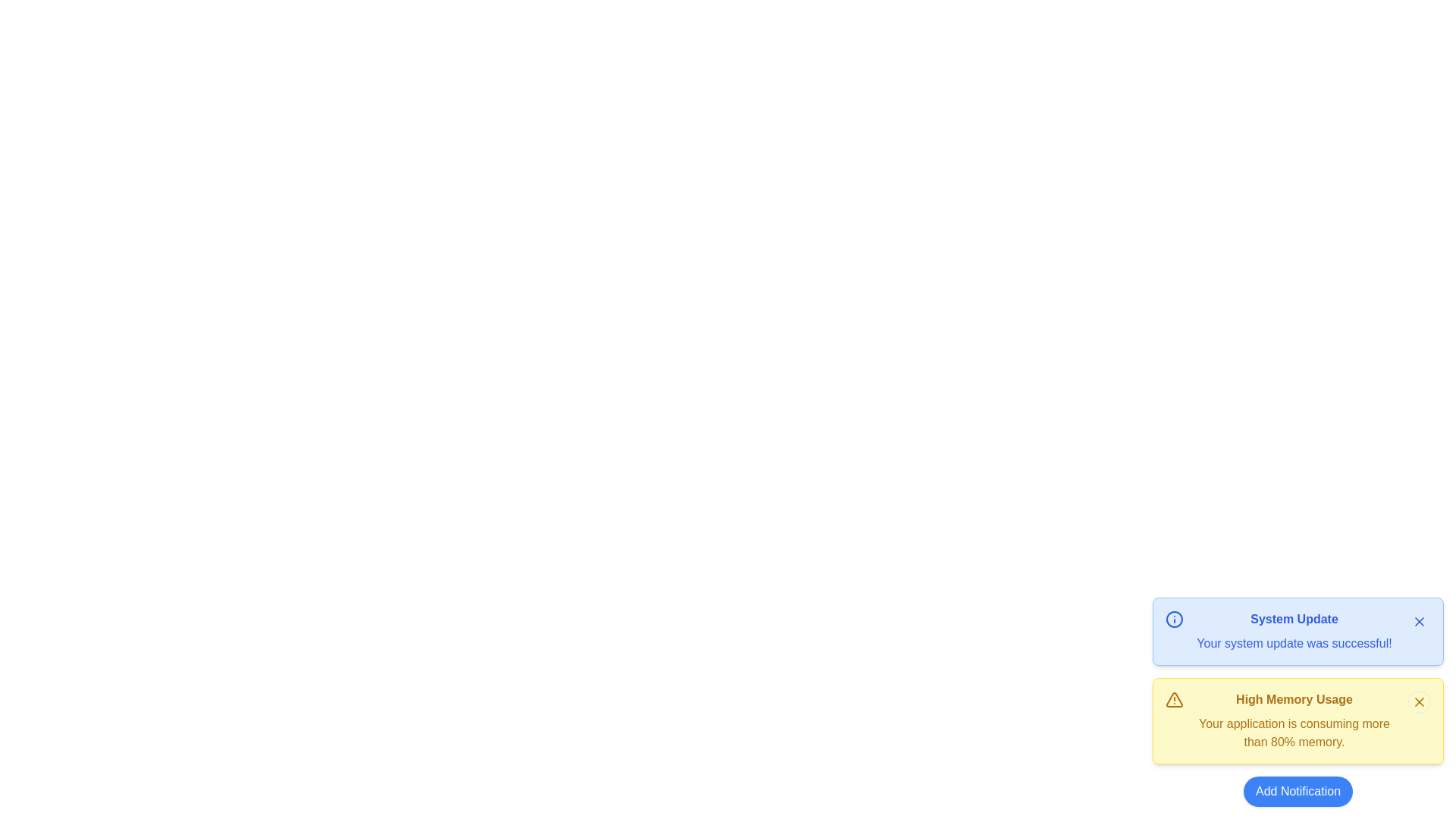 This screenshot has height=819, width=1456. Describe the element at coordinates (1419, 701) in the screenshot. I see `the Close Button located in the top-right corner of the yellow notification card labeled 'High Memory Usage'` at that location.